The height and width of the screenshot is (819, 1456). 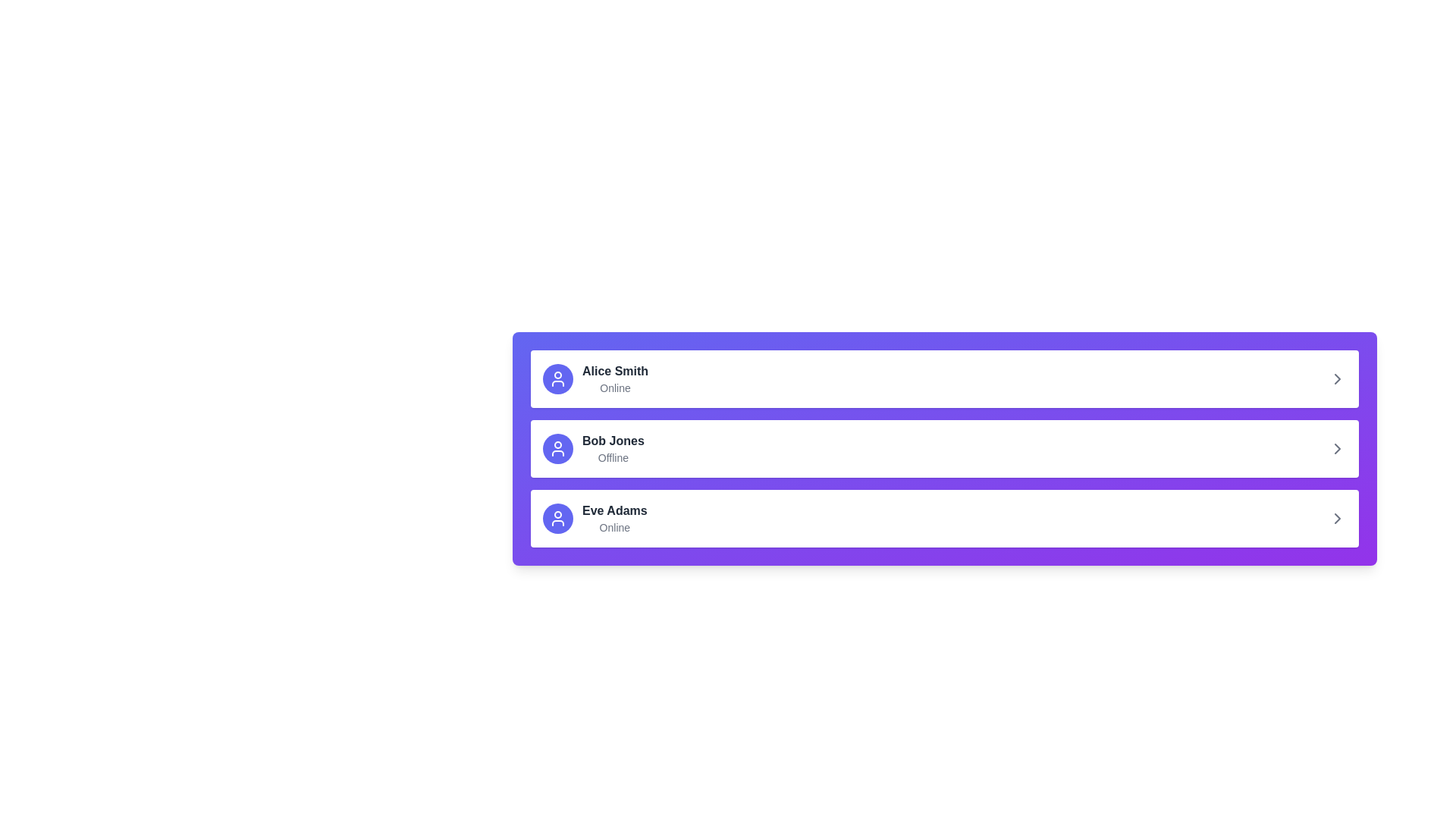 What do you see at coordinates (1337, 447) in the screenshot?
I see `the chevron arrow icon located next to the 'Bob Jones' name entry in the second list item` at bounding box center [1337, 447].